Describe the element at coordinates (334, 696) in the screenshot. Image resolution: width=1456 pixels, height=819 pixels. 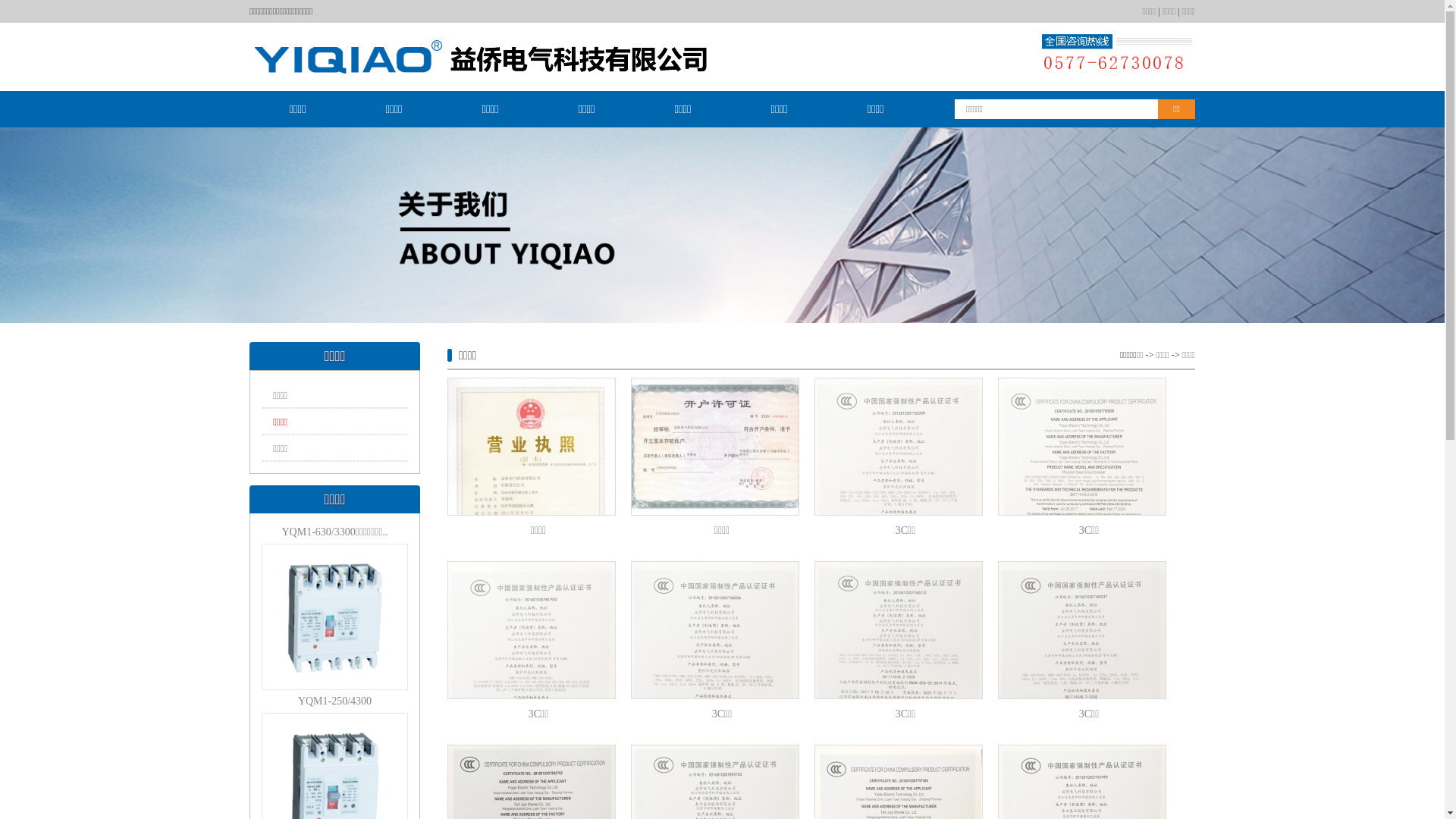
I see `'YQM1-250/4300'` at that location.